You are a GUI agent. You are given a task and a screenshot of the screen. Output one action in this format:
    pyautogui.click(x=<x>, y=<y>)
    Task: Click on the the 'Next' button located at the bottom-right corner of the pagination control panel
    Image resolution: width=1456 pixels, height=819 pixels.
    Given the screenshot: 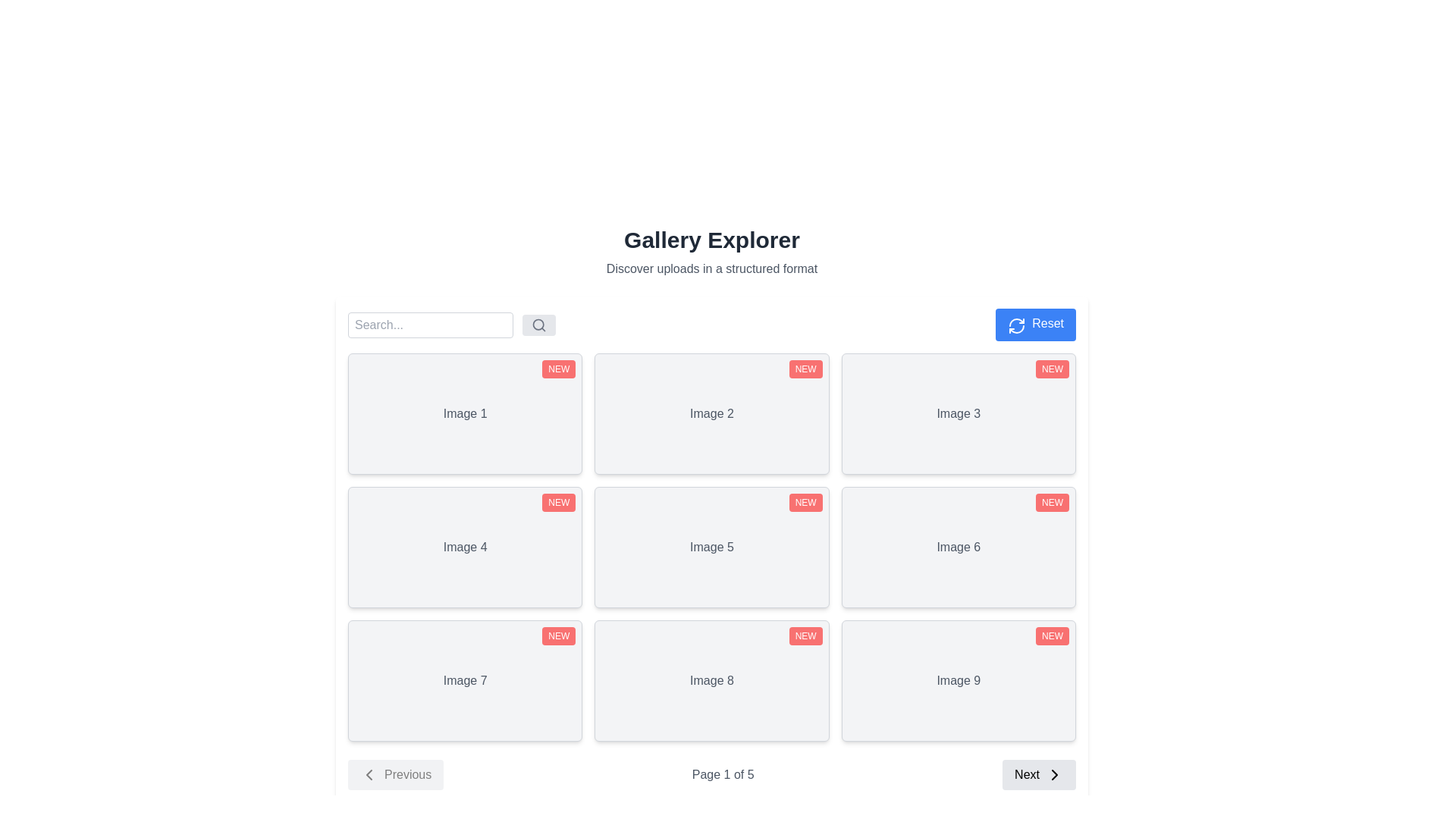 What is the action you would take?
    pyautogui.click(x=1037, y=775)
    